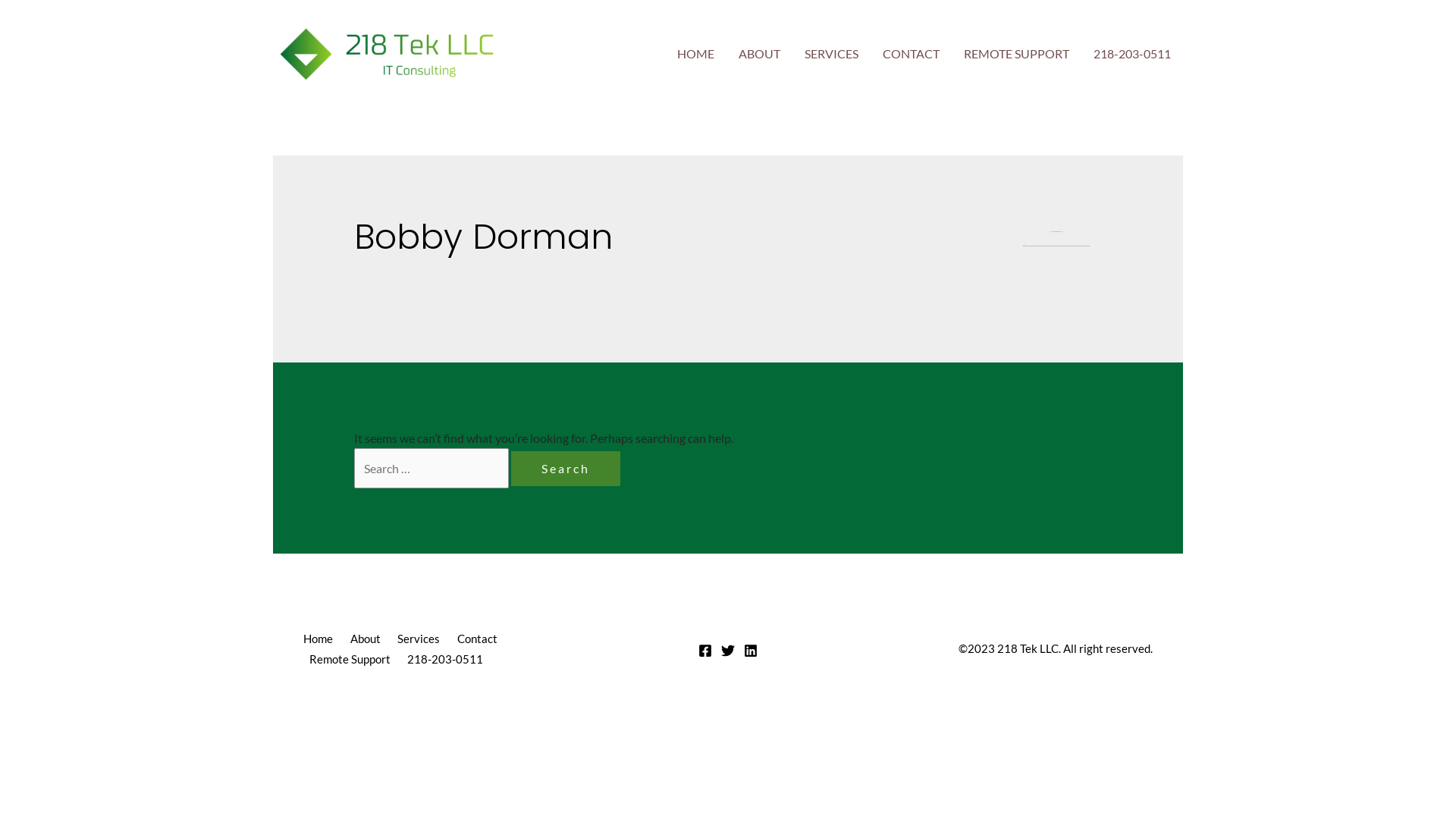  Describe the element at coordinates (421, 639) in the screenshot. I see `'Services'` at that location.